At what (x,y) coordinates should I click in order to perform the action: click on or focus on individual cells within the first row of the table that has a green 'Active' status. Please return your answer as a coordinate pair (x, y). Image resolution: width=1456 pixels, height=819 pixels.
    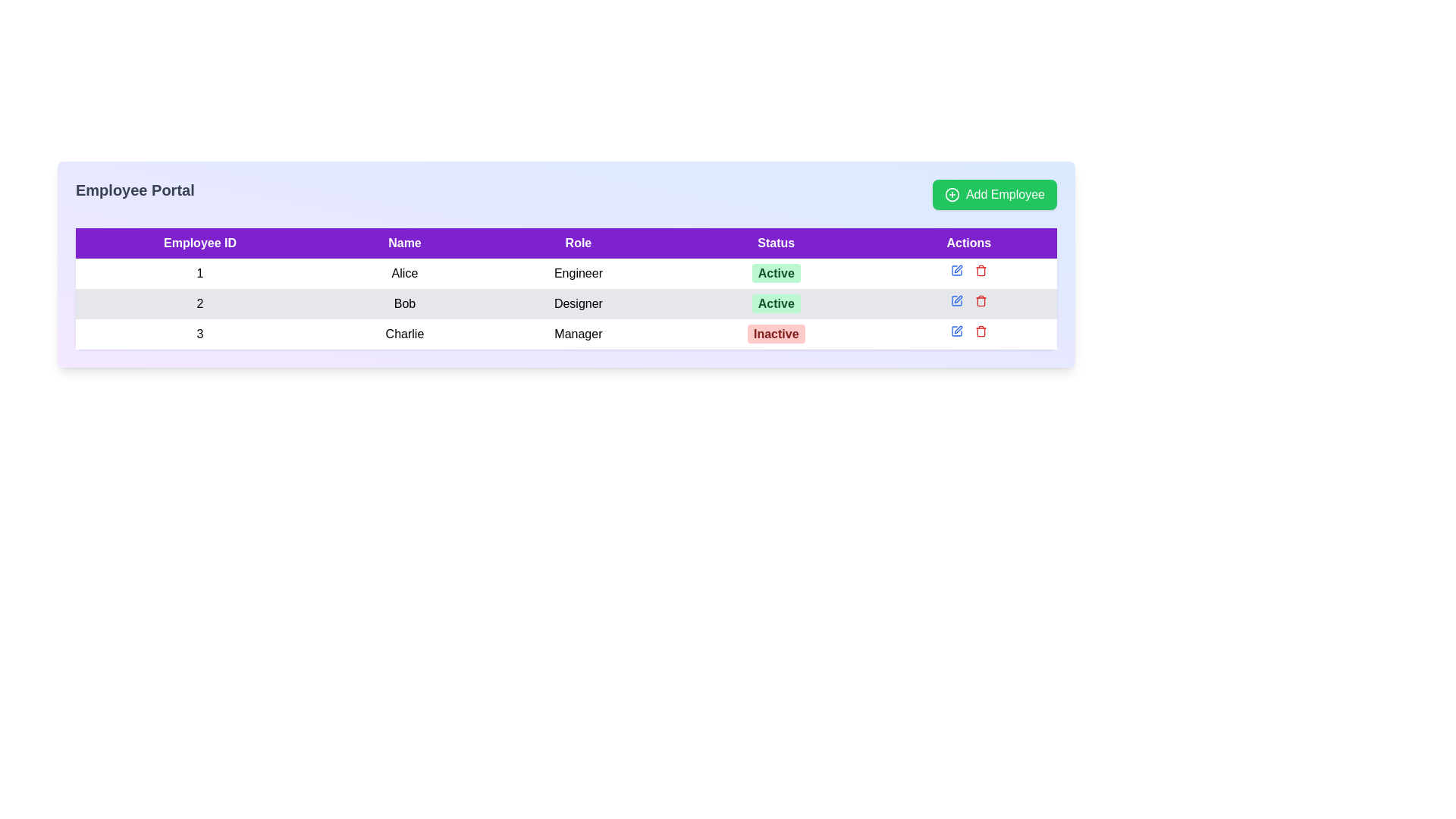
    Looking at the image, I should click on (566, 274).